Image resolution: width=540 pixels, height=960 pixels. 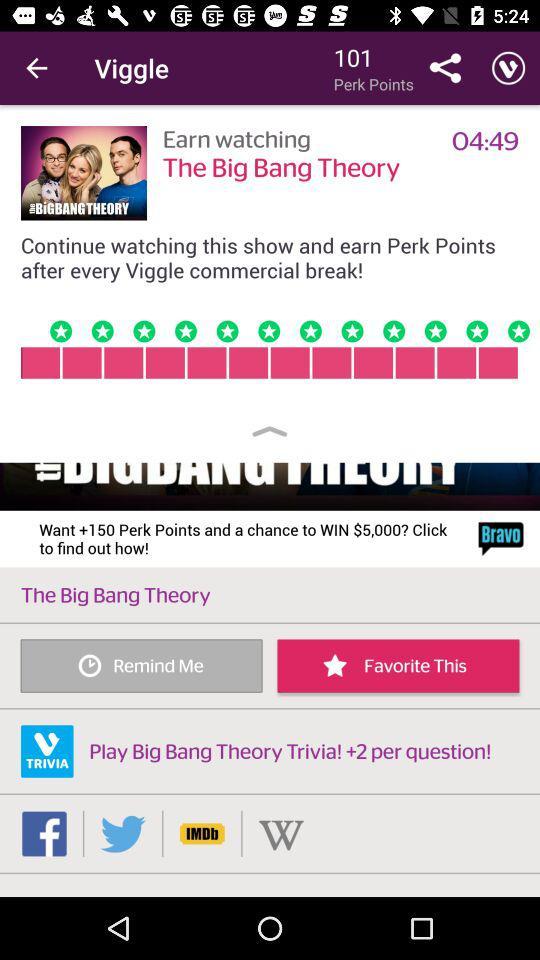 What do you see at coordinates (270, 431) in the screenshot?
I see `the expand_less icon` at bounding box center [270, 431].